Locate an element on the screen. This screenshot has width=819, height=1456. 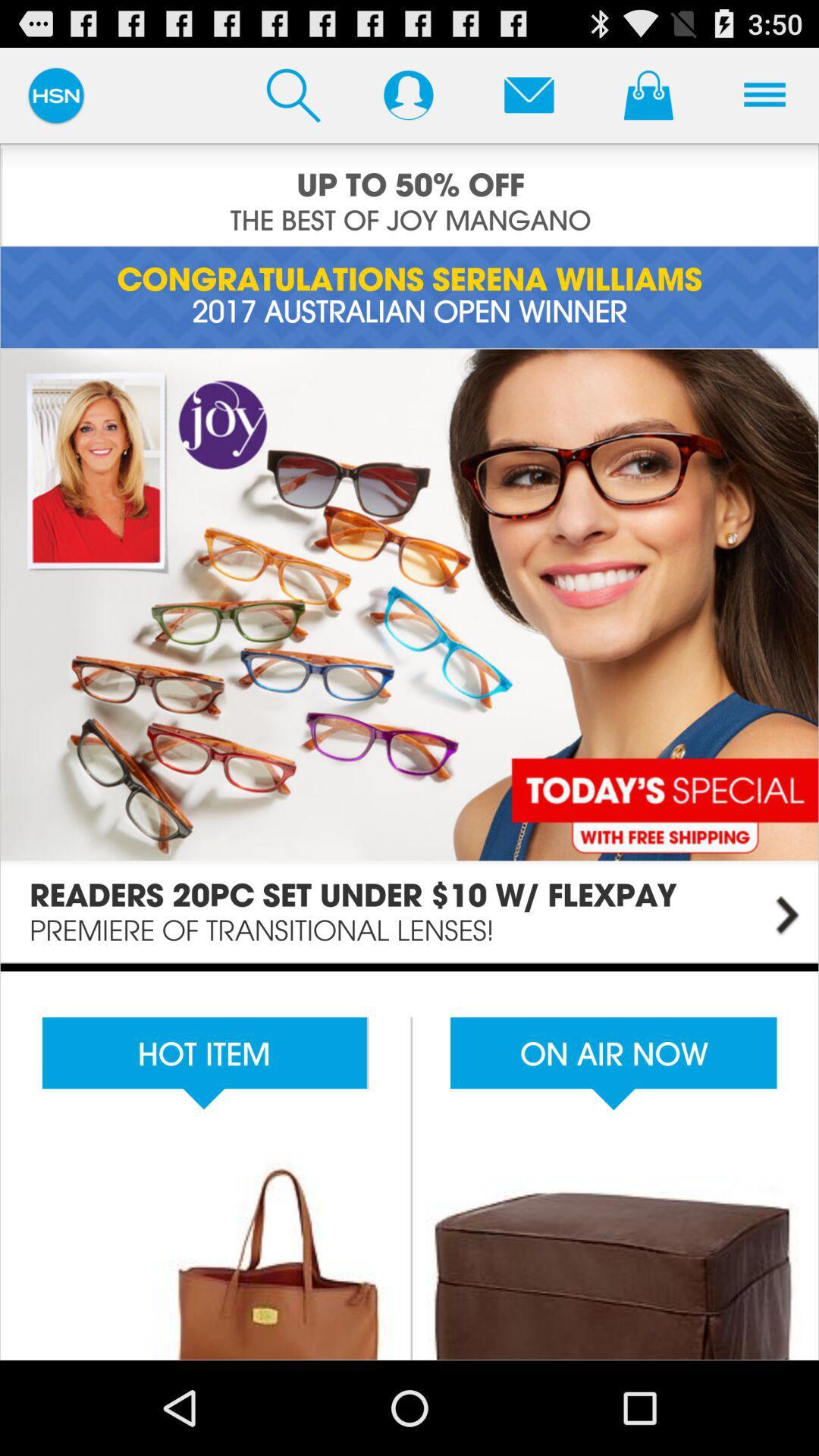
page is located at coordinates (409, 655).